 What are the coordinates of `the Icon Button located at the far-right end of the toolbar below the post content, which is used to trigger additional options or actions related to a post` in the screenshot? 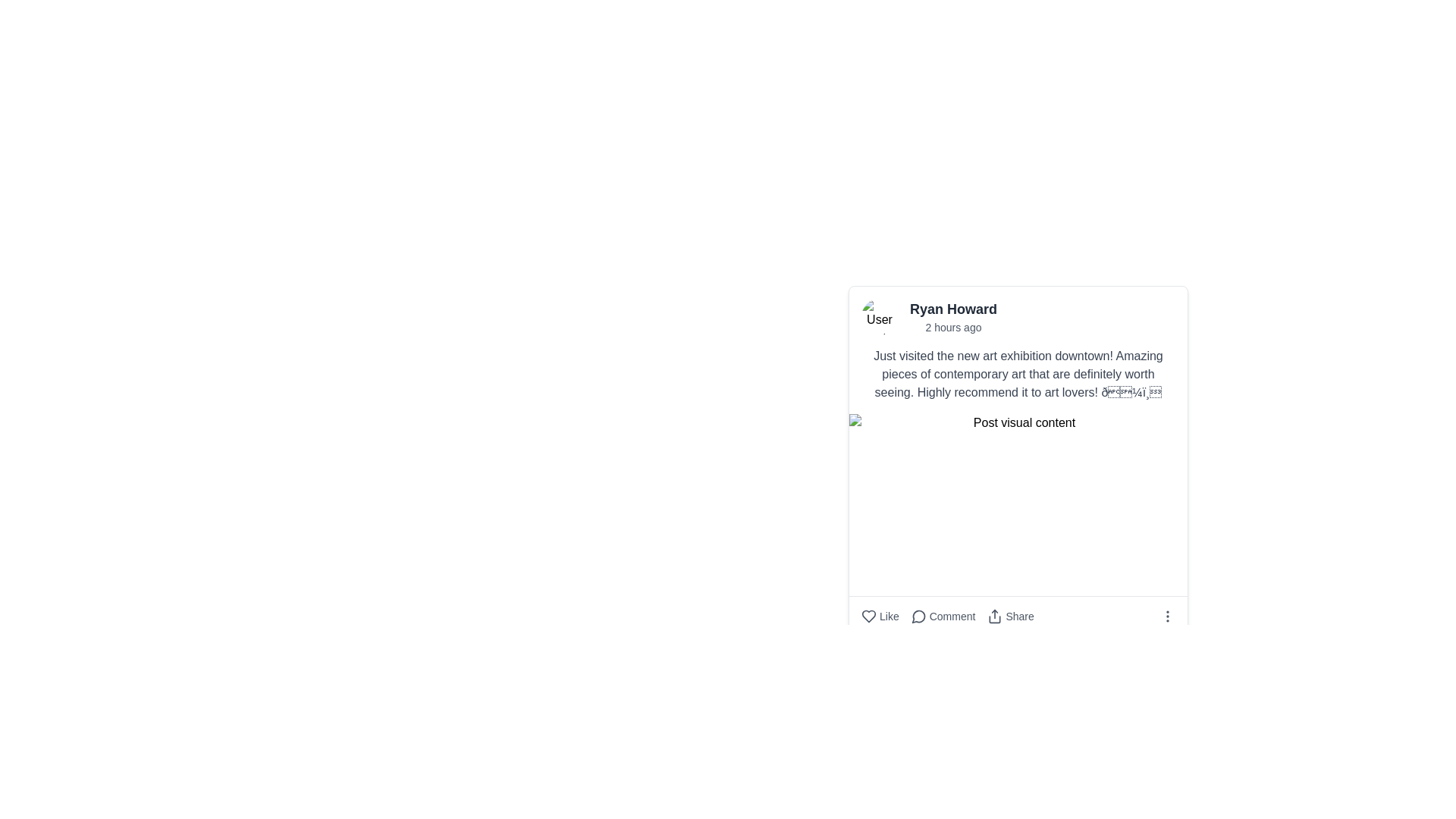 It's located at (1167, 617).